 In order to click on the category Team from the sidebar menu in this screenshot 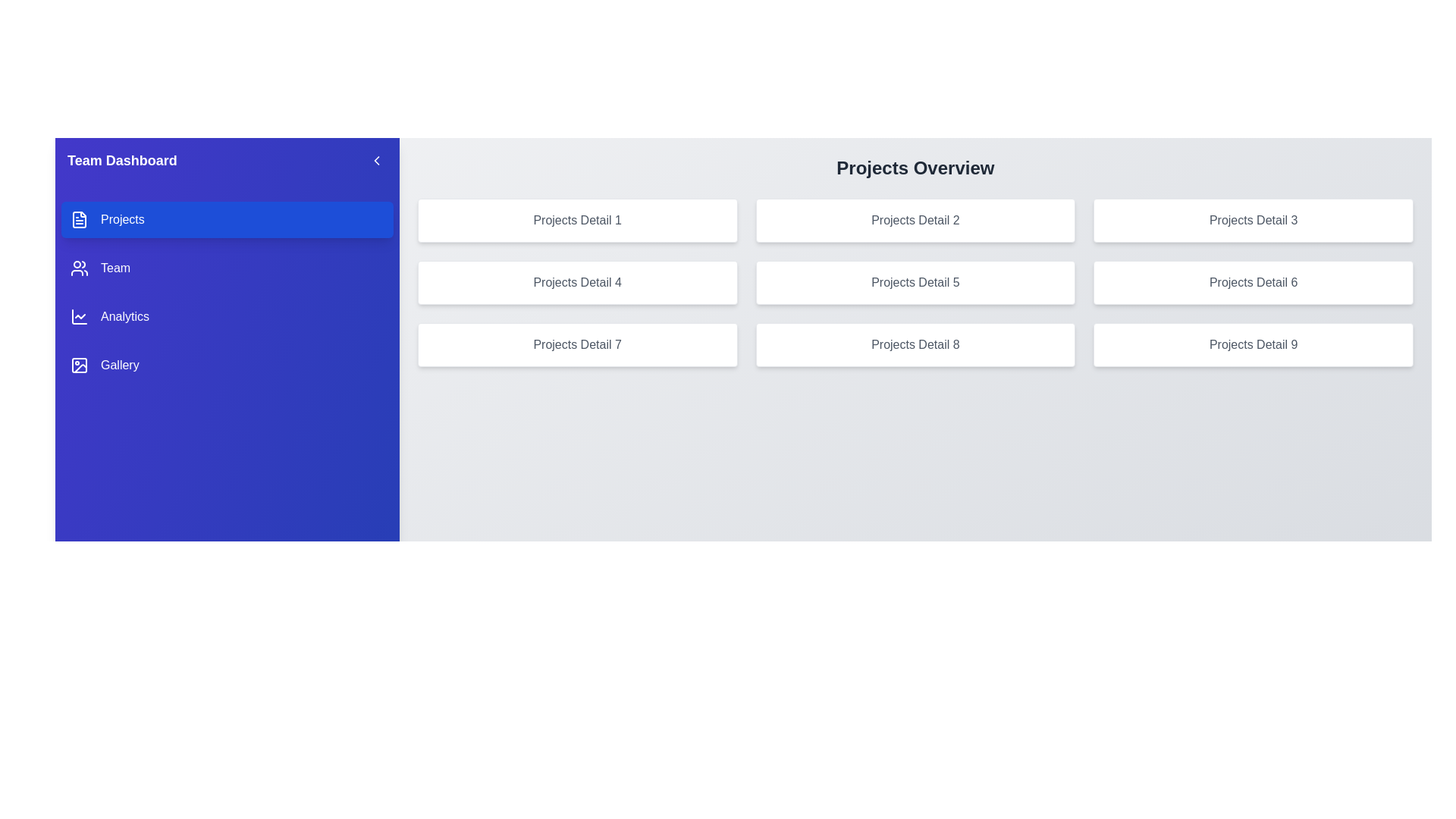, I will do `click(226, 268)`.